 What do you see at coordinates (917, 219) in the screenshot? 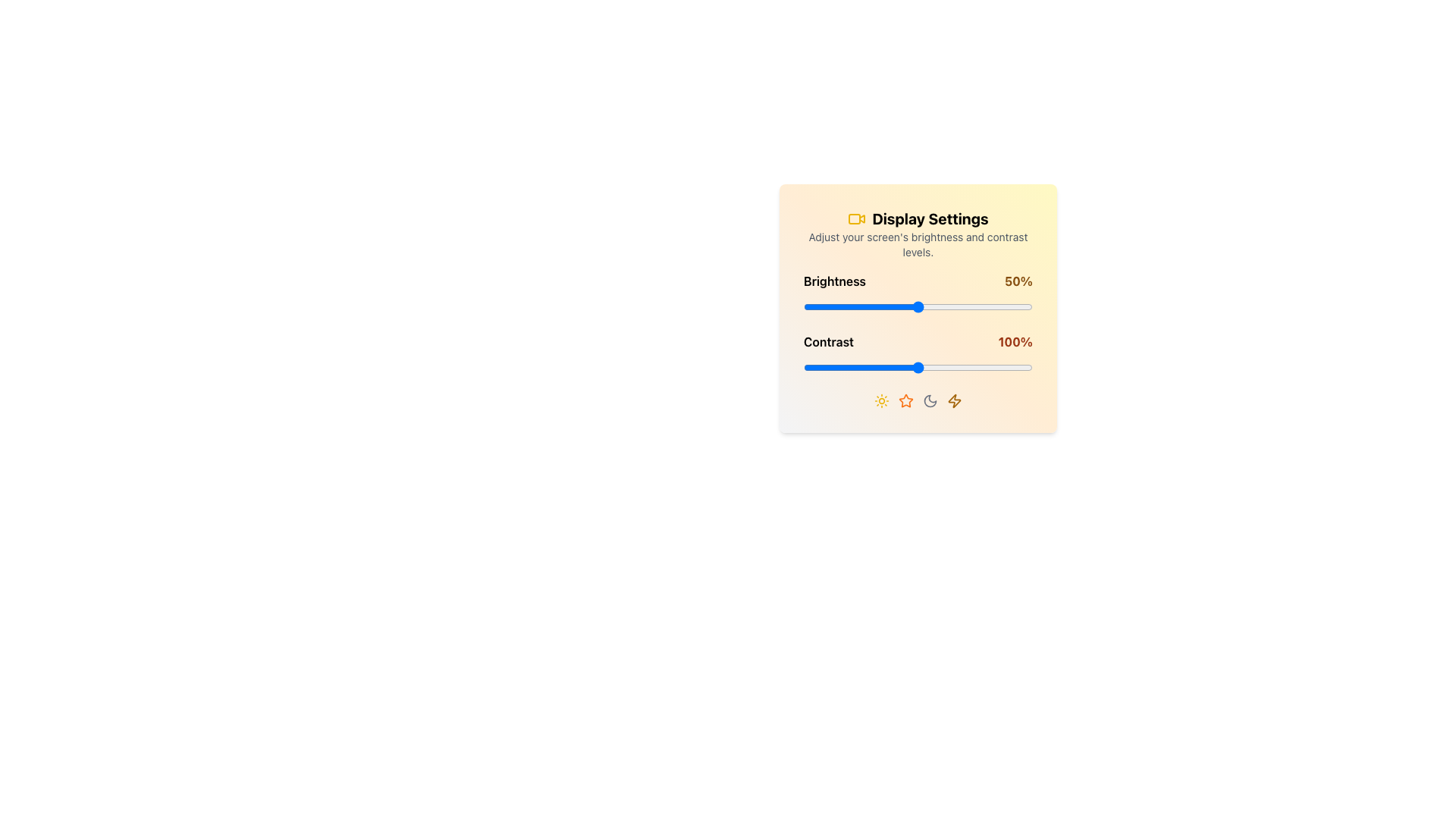
I see `the 'Display Settings' heading, which is a bold, large, centered text label accompanied by a yellow video camera icon on its left` at bounding box center [917, 219].